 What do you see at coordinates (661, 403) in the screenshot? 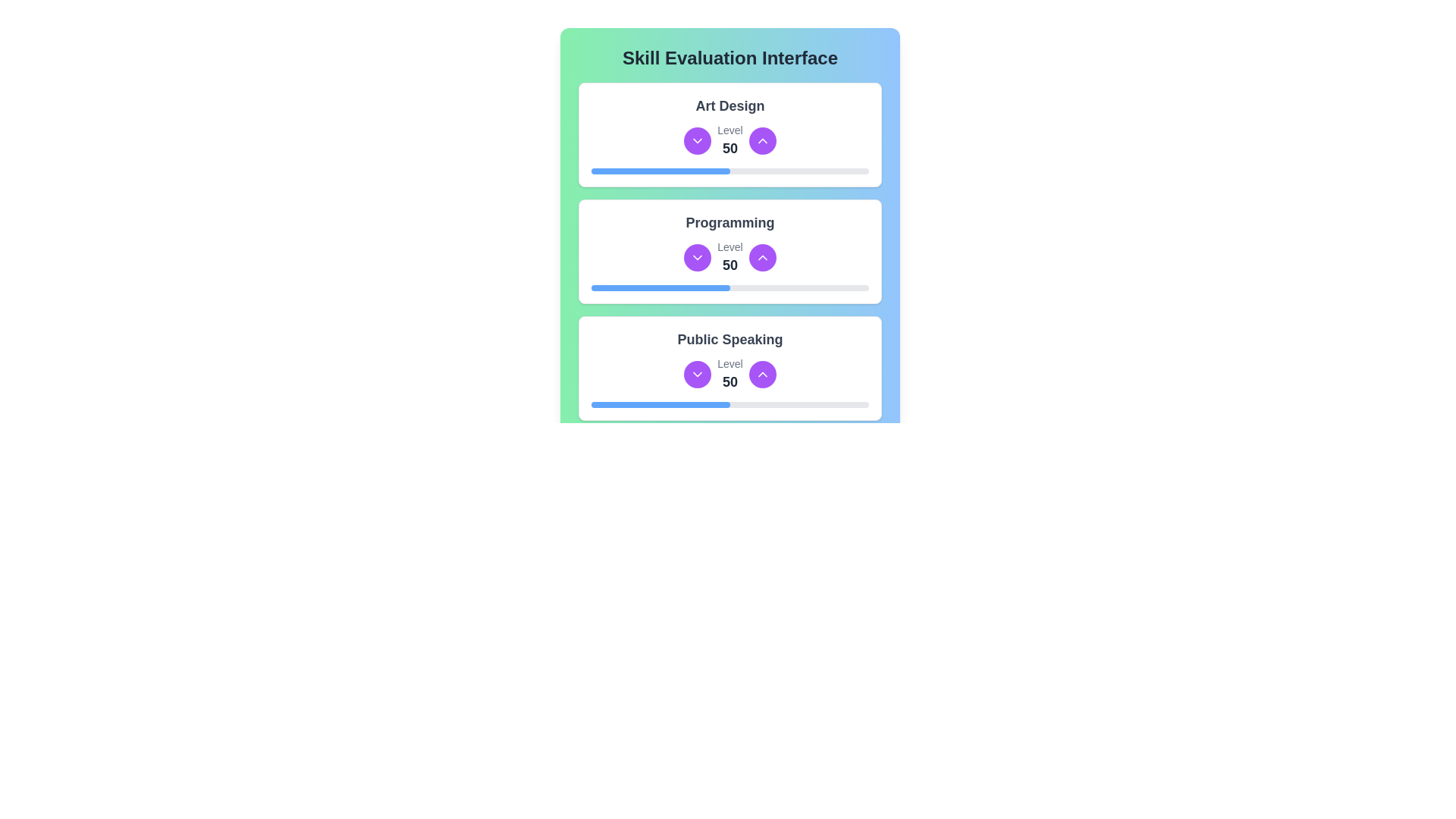
I see `the slider value` at bounding box center [661, 403].